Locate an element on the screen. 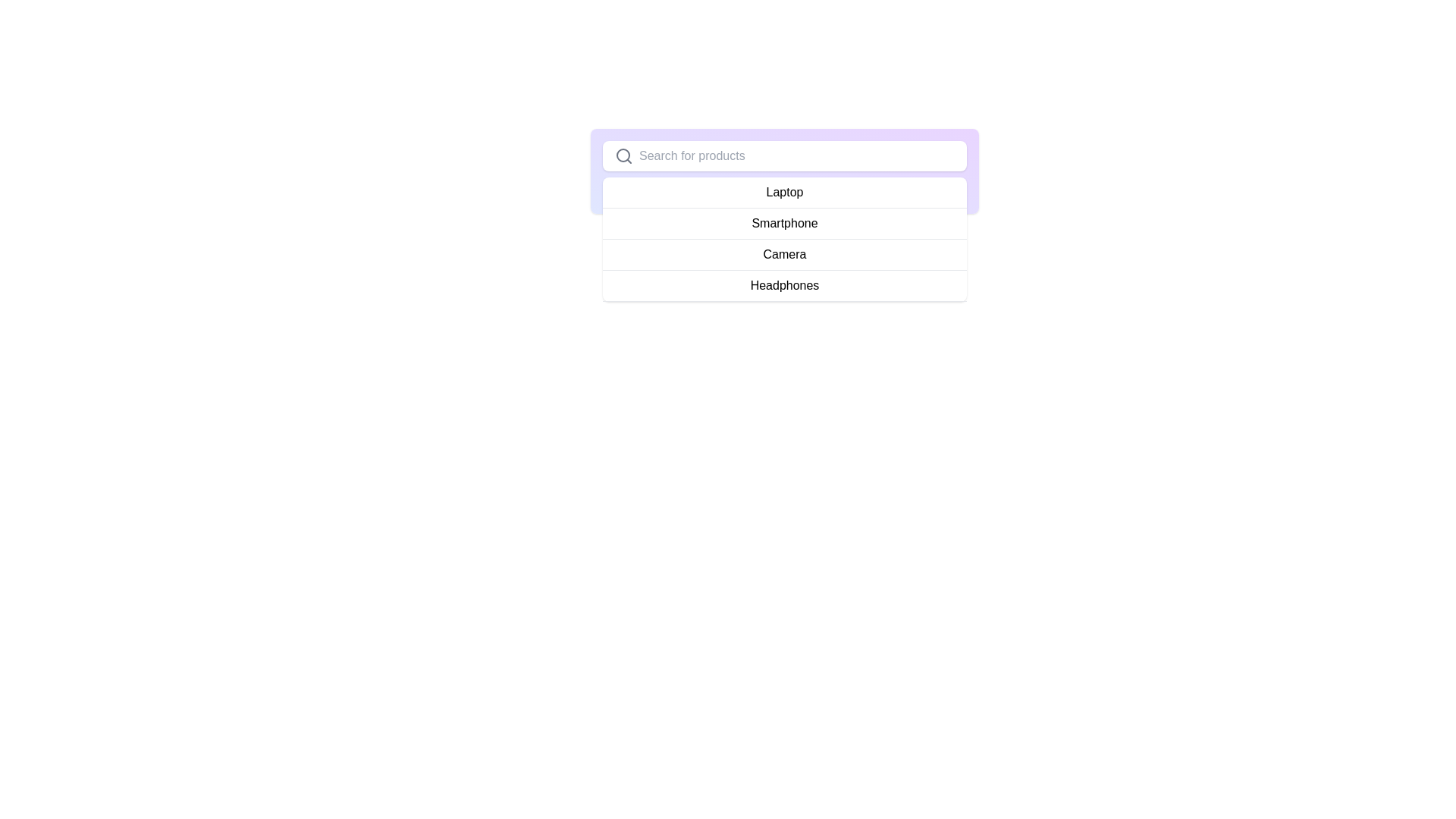 This screenshot has height=819, width=1456. the menu option labeled 'Smartphone' which is the second item in a vertical dropdown menu is located at coordinates (785, 223).